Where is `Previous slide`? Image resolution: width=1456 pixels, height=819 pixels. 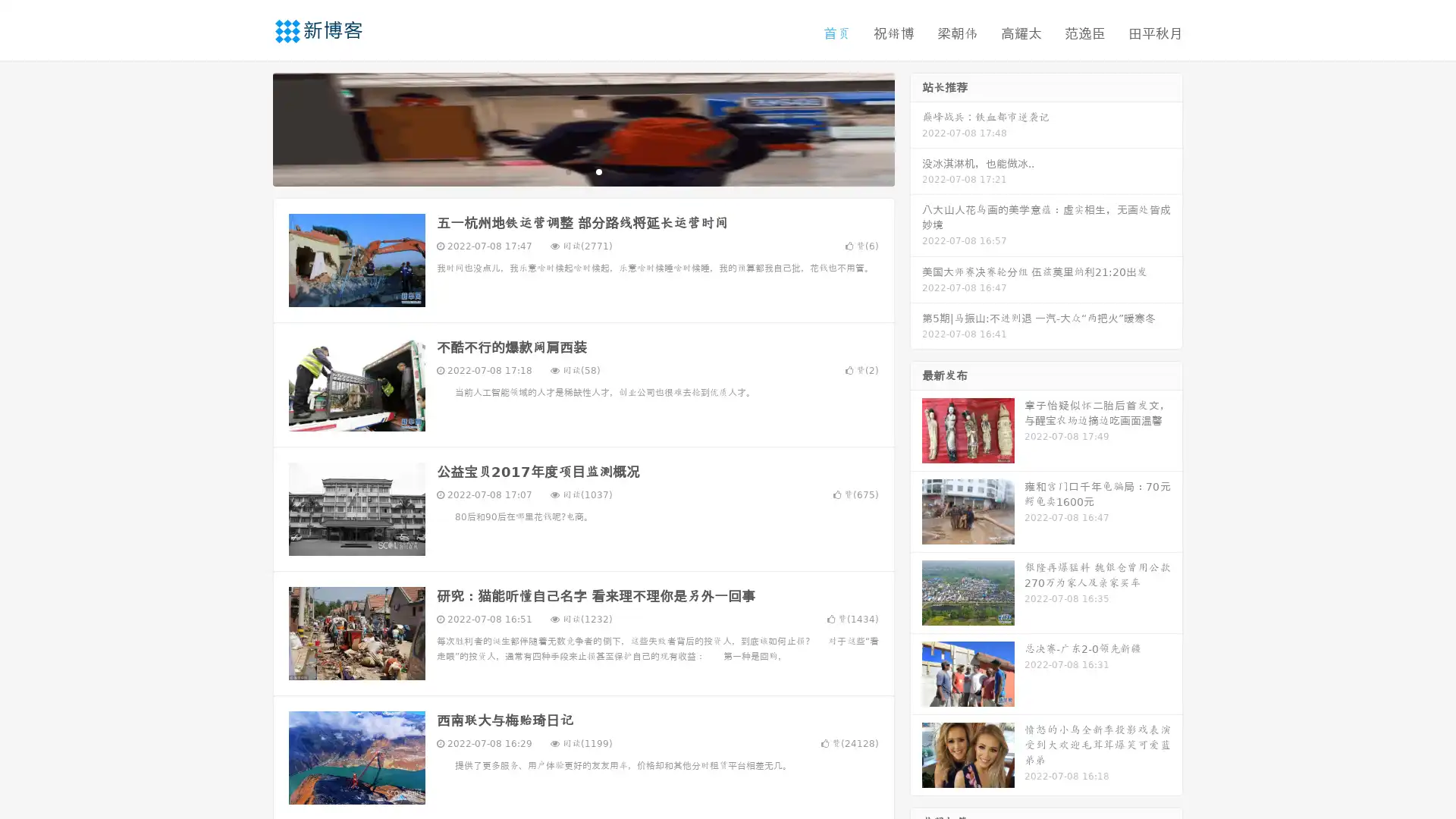 Previous slide is located at coordinates (250, 127).